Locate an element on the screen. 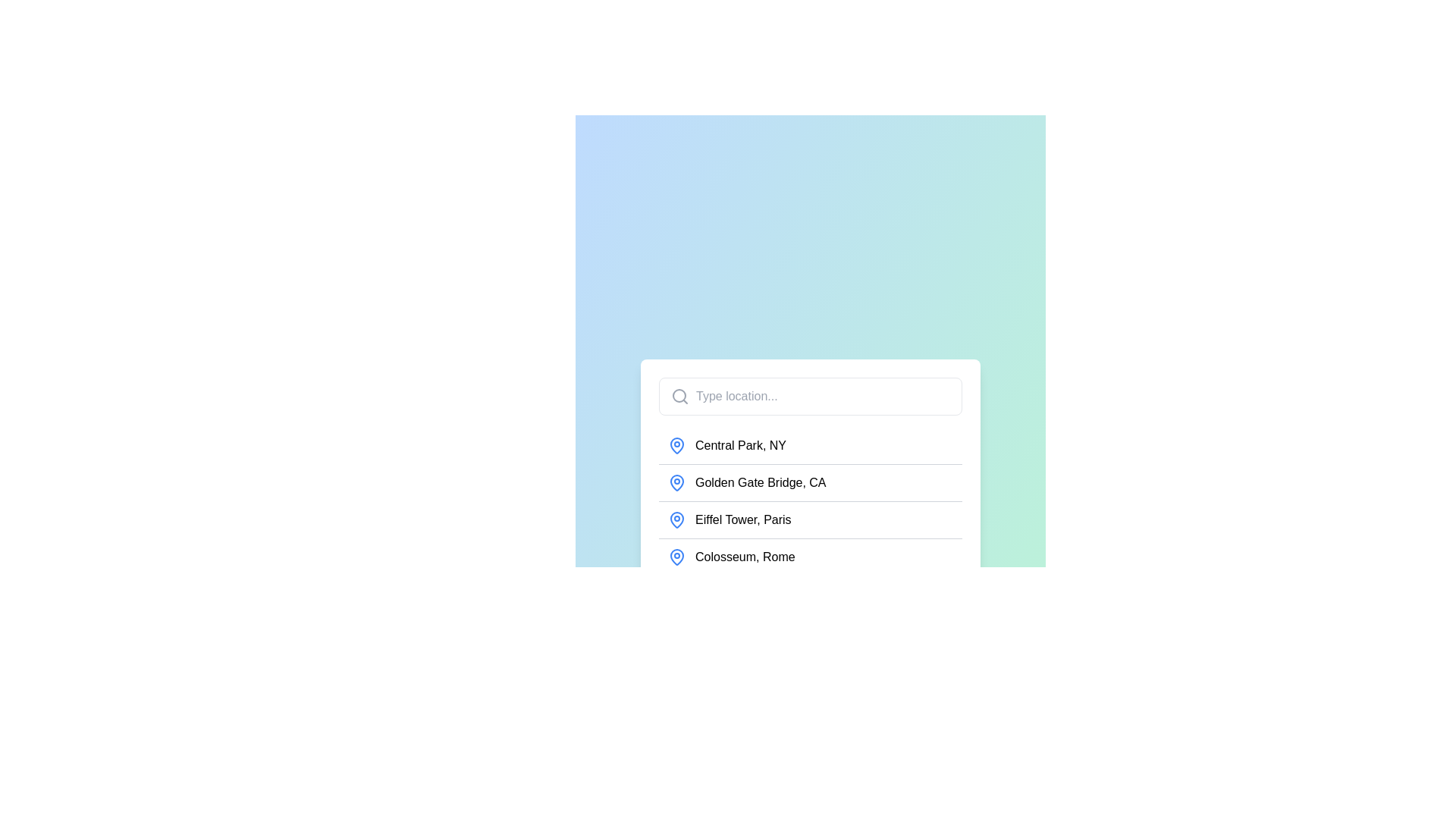 The height and width of the screenshot is (819, 1456). the text label displaying the location 'Colosseum, Rome', which is the fourth entry in a vertical list of selectable locations is located at coordinates (745, 557).